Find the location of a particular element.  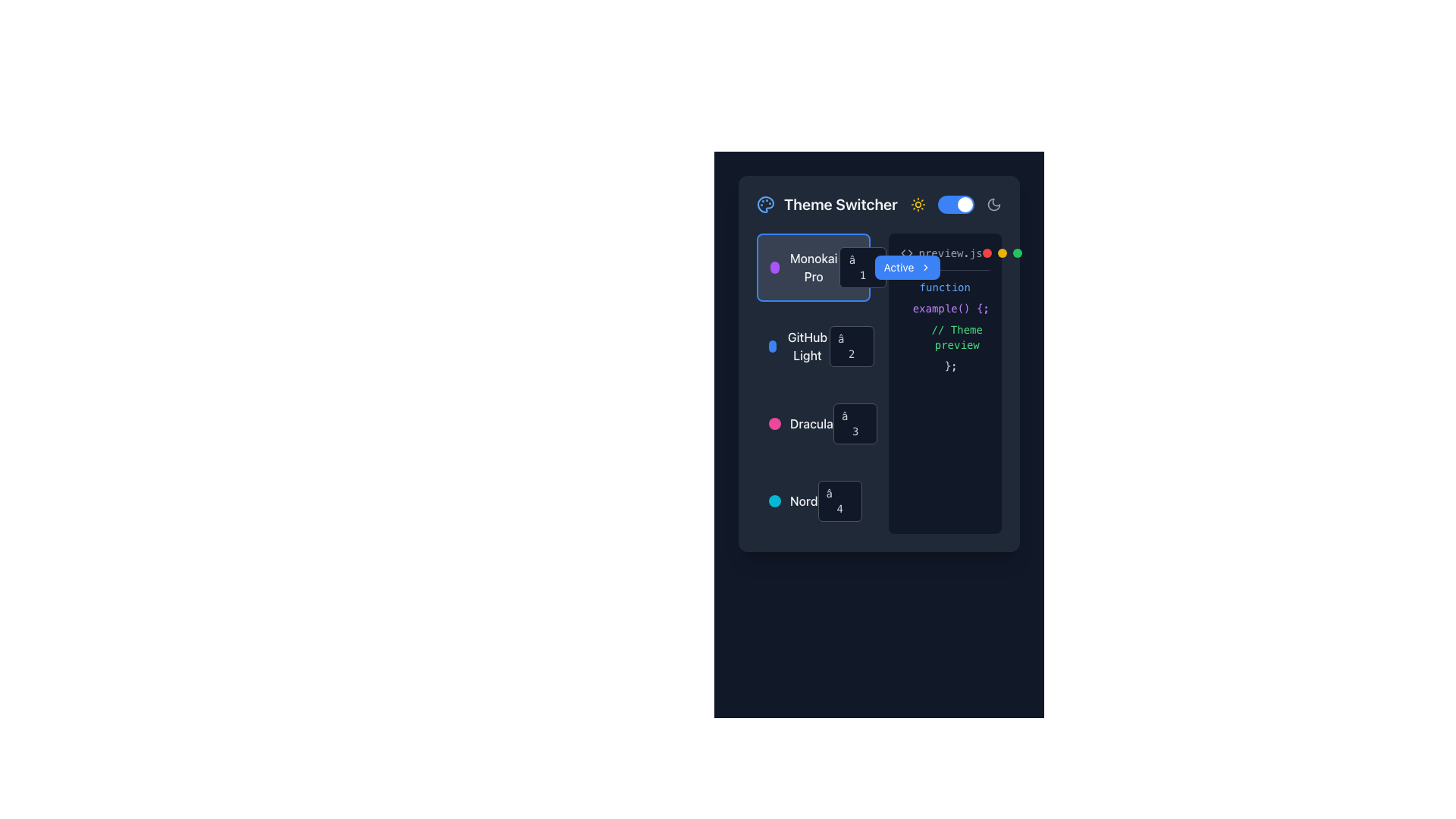

the fourth selectable item in the 'Theme Switcher' section to apply the 'Nord' theme is located at coordinates (812, 500).